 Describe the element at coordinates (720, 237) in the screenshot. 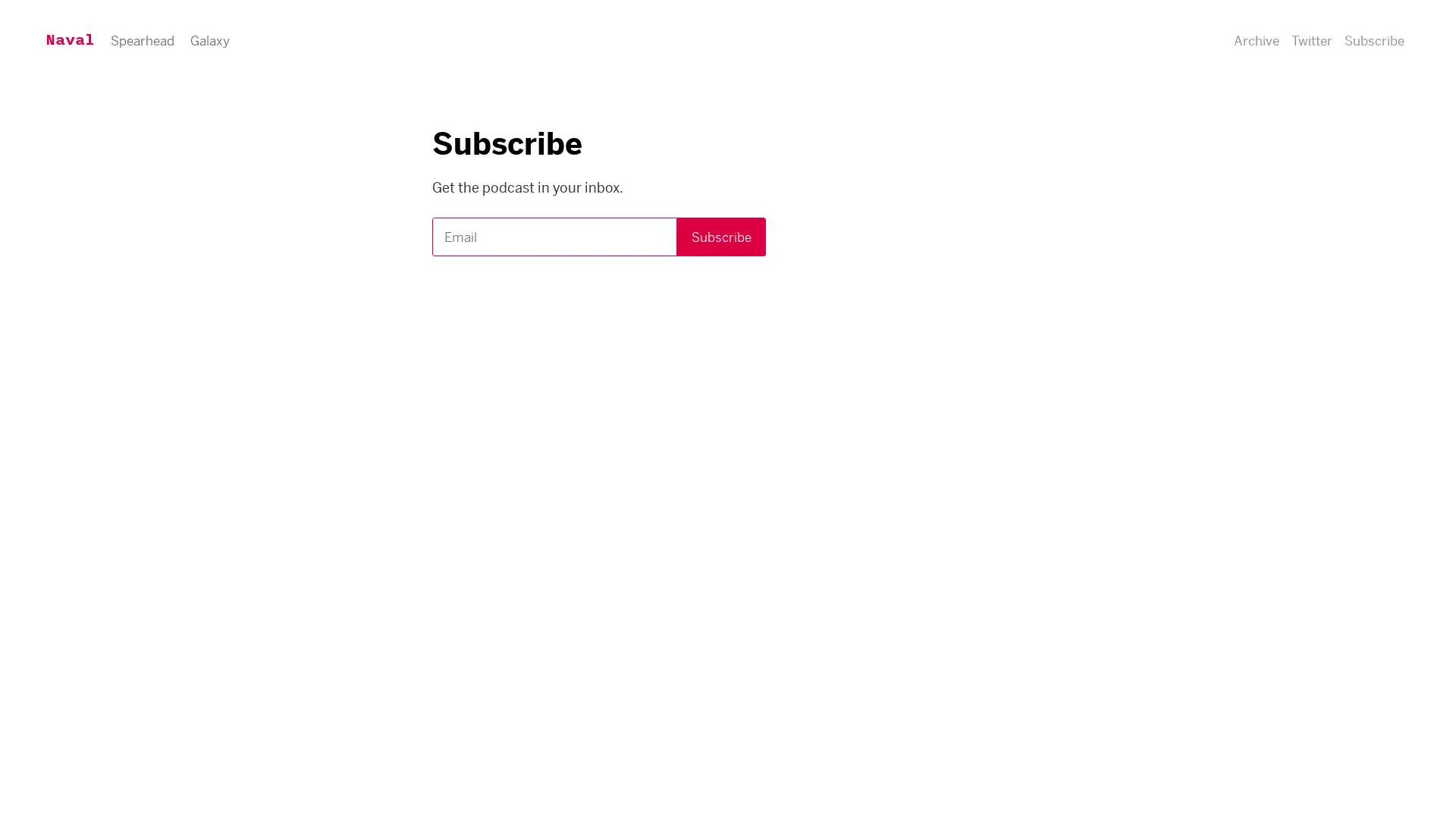

I see `Subscribe` at that location.